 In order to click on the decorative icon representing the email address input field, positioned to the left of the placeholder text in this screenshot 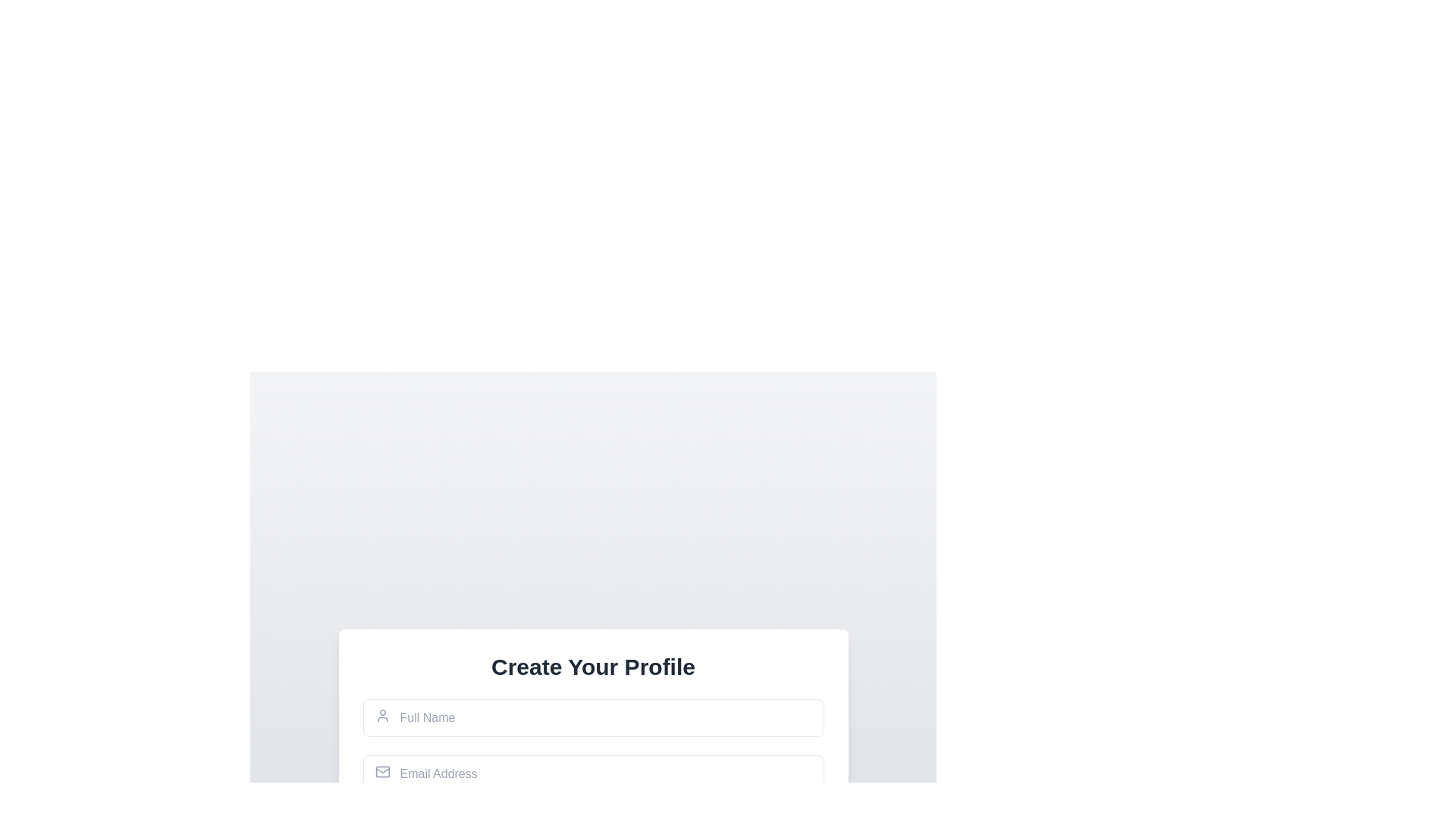, I will do `click(382, 772)`.